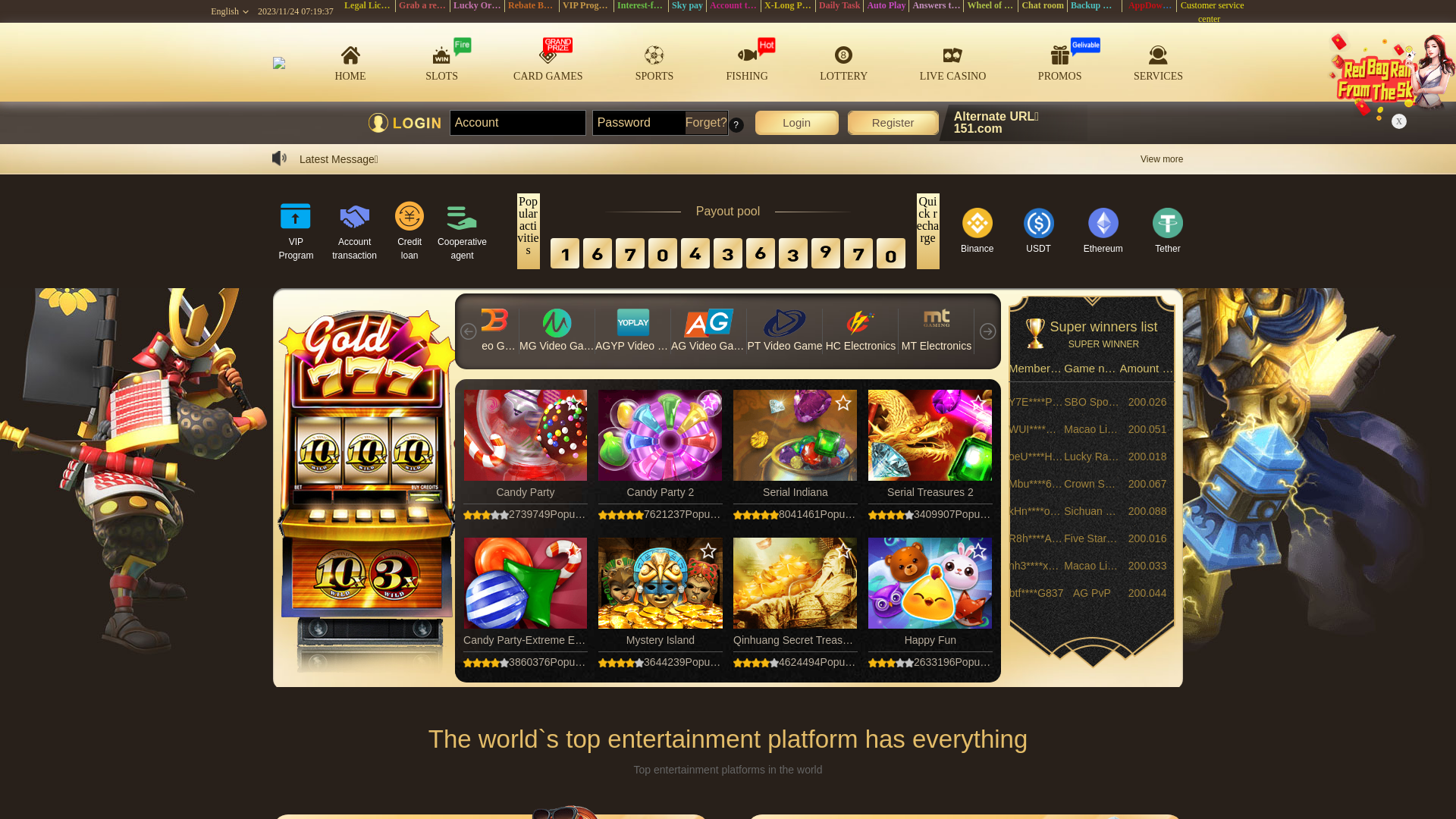  Describe the element at coordinates (1156, 5) in the screenshot. I see `'AppDownload'` at that location.